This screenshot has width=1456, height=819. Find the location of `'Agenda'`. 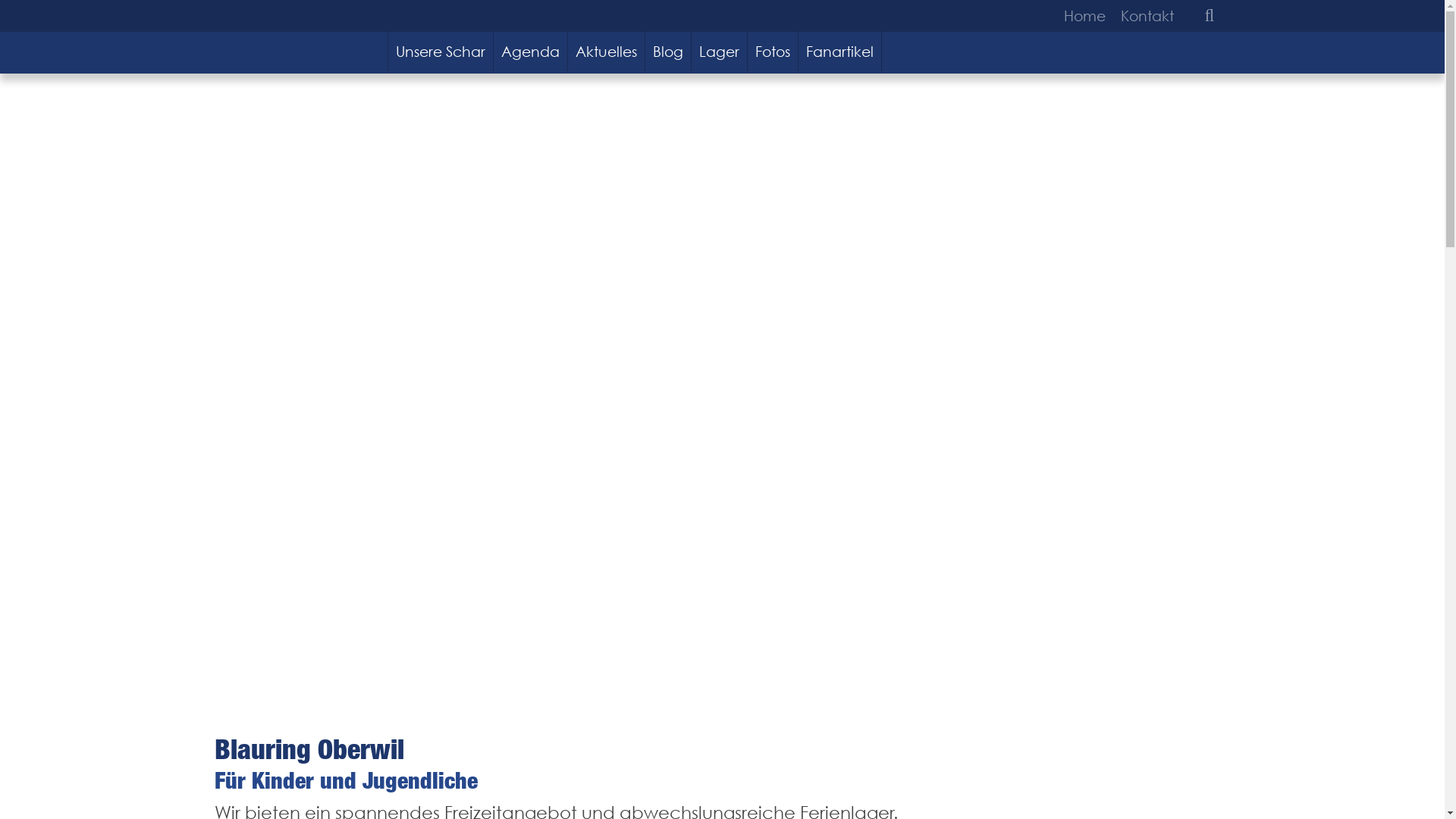

'Agenda' is located at coordinates (531, 51).